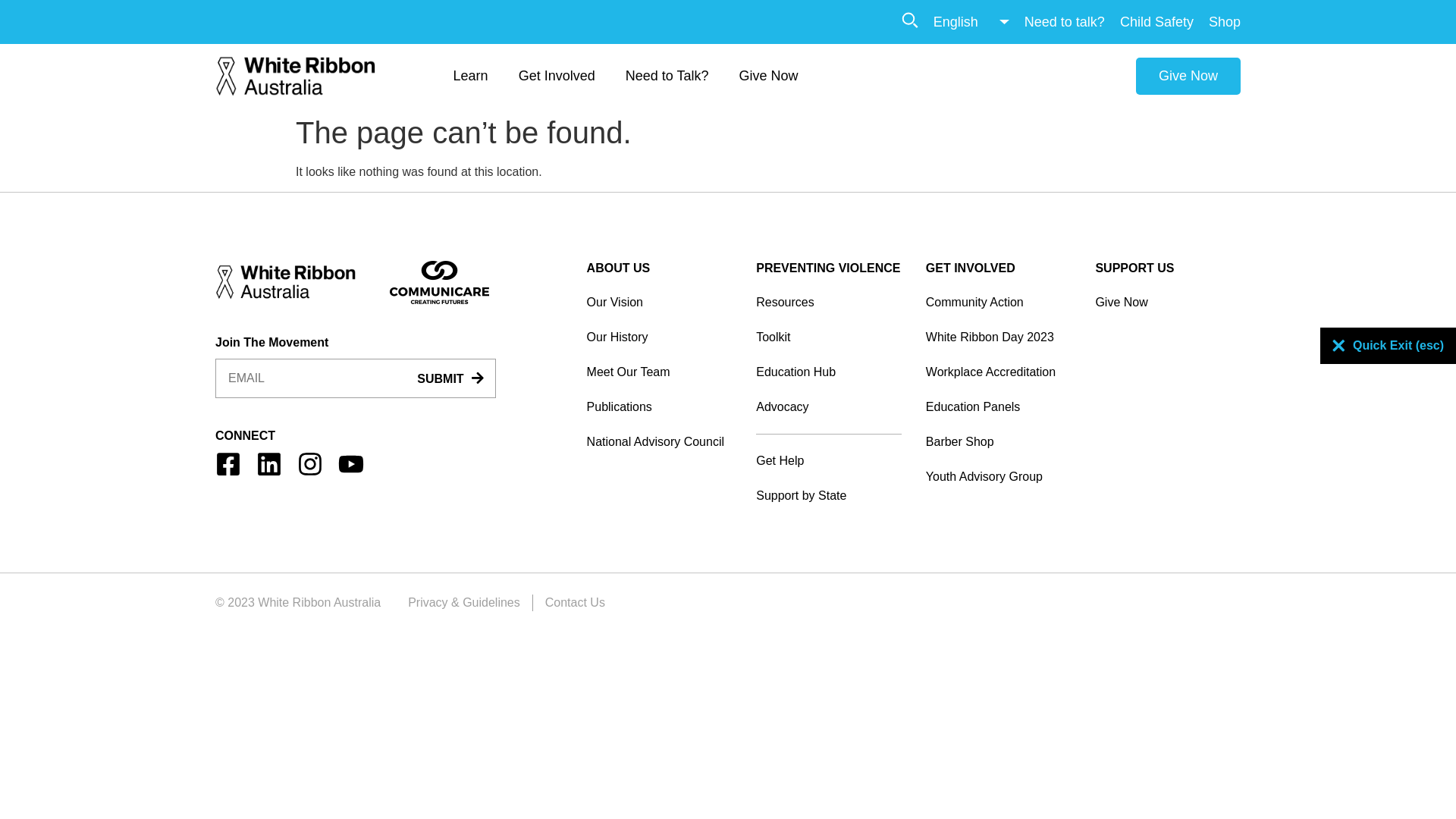 This screenshot has width=1456, height=819. I want to click on 'SUBMIT', so click(449, 378).